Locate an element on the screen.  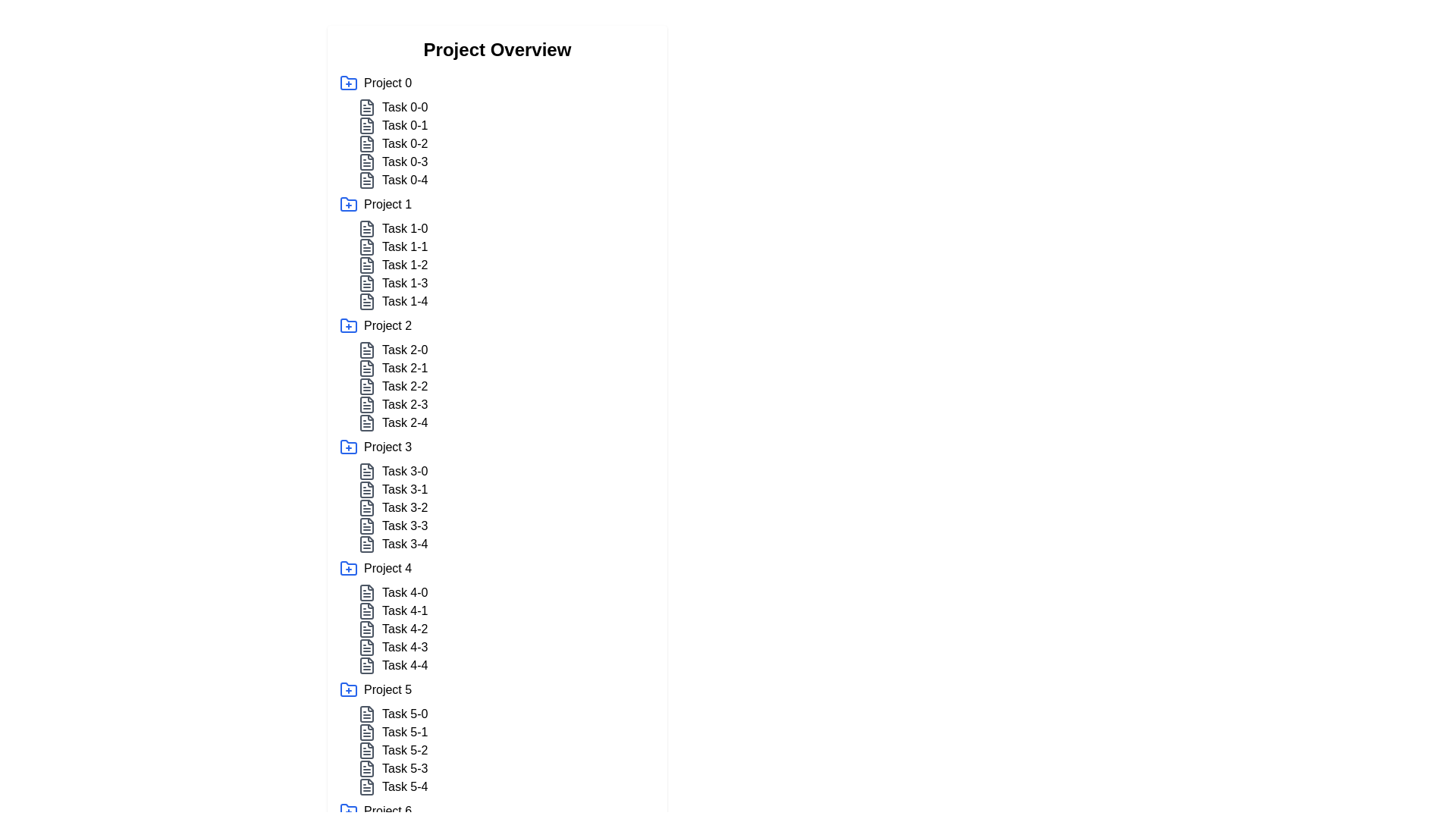
the interactive button or icon is located at coordinates (348, 83).